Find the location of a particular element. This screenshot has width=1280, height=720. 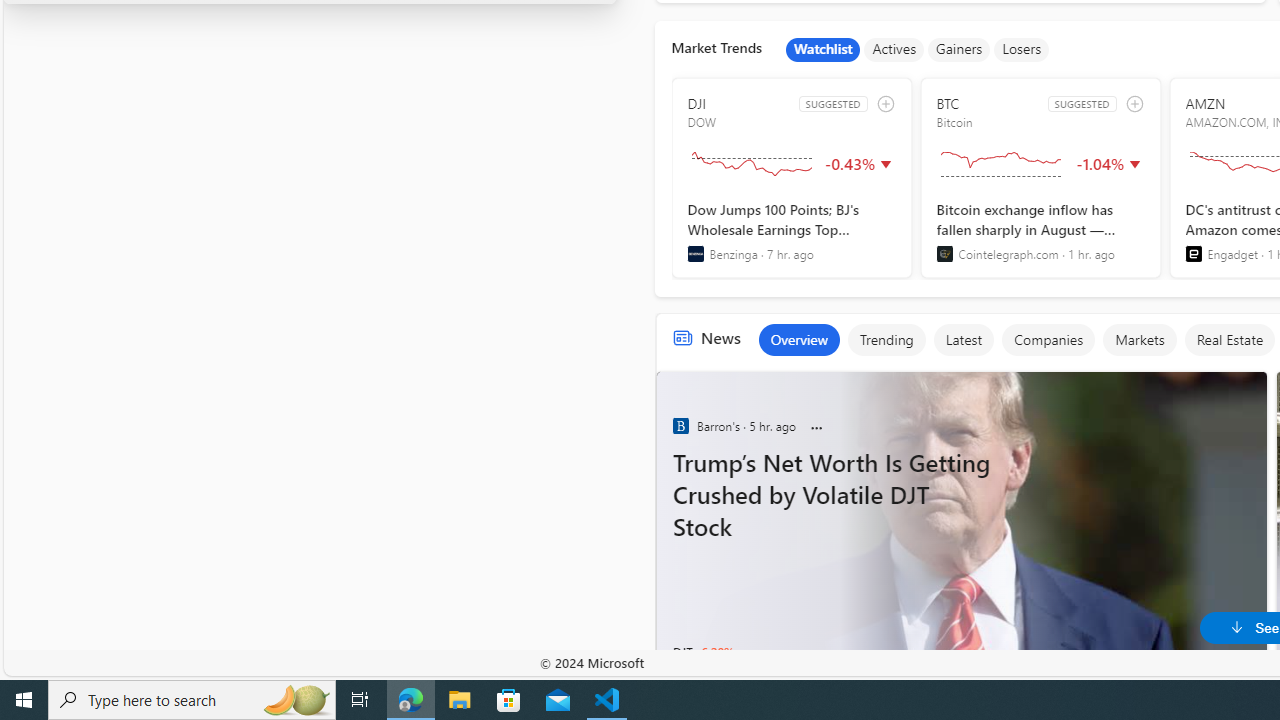

'Companies' is located at coordinates (1046, 338).